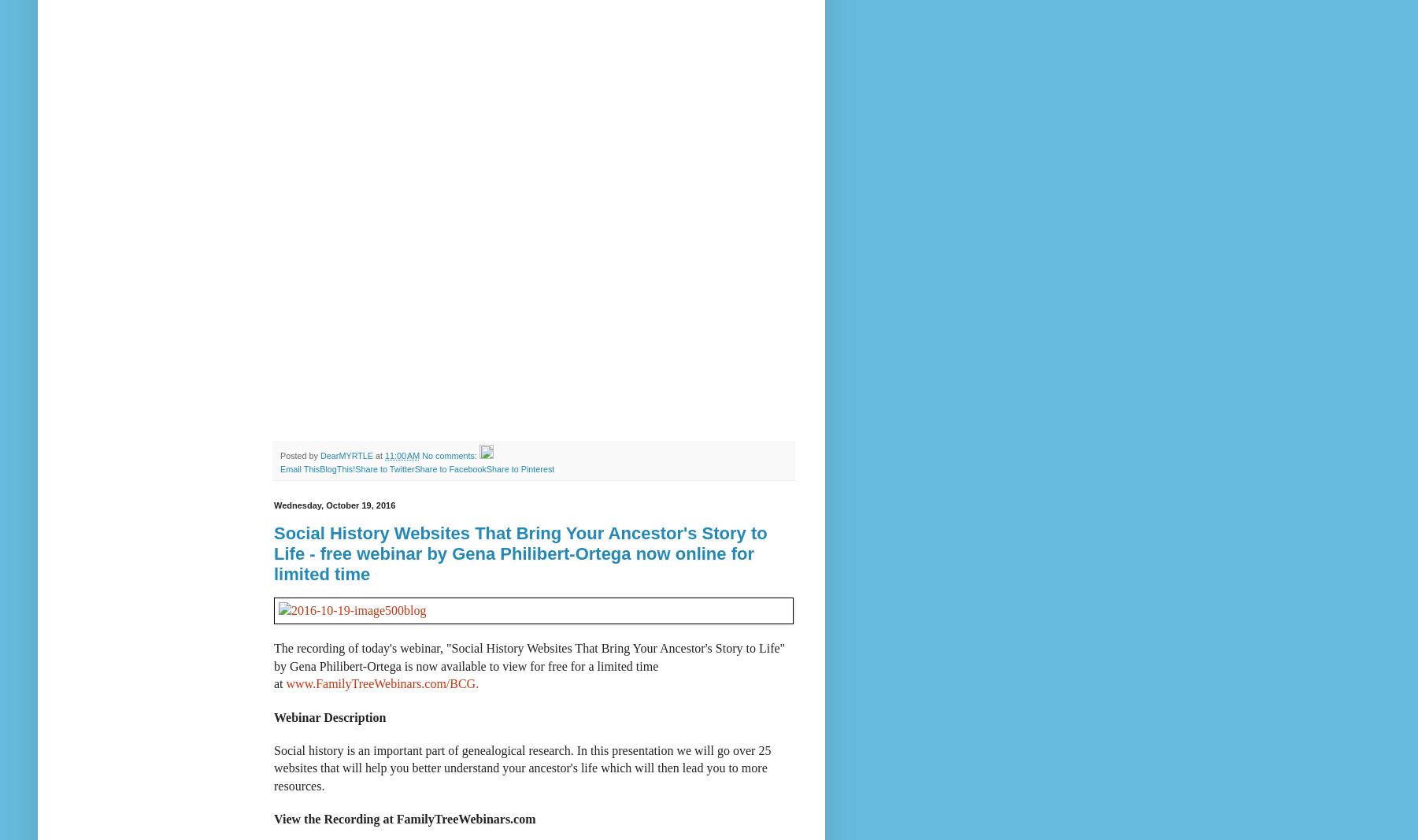 The width and height of the screenshot is (1418, 840). I want to click on 'Social history is an important part of genealogical research. In this presentation we will go over 25 websites that will help you better understand your ancestor's life which will then lead you to more resources.', so click(521, 768).